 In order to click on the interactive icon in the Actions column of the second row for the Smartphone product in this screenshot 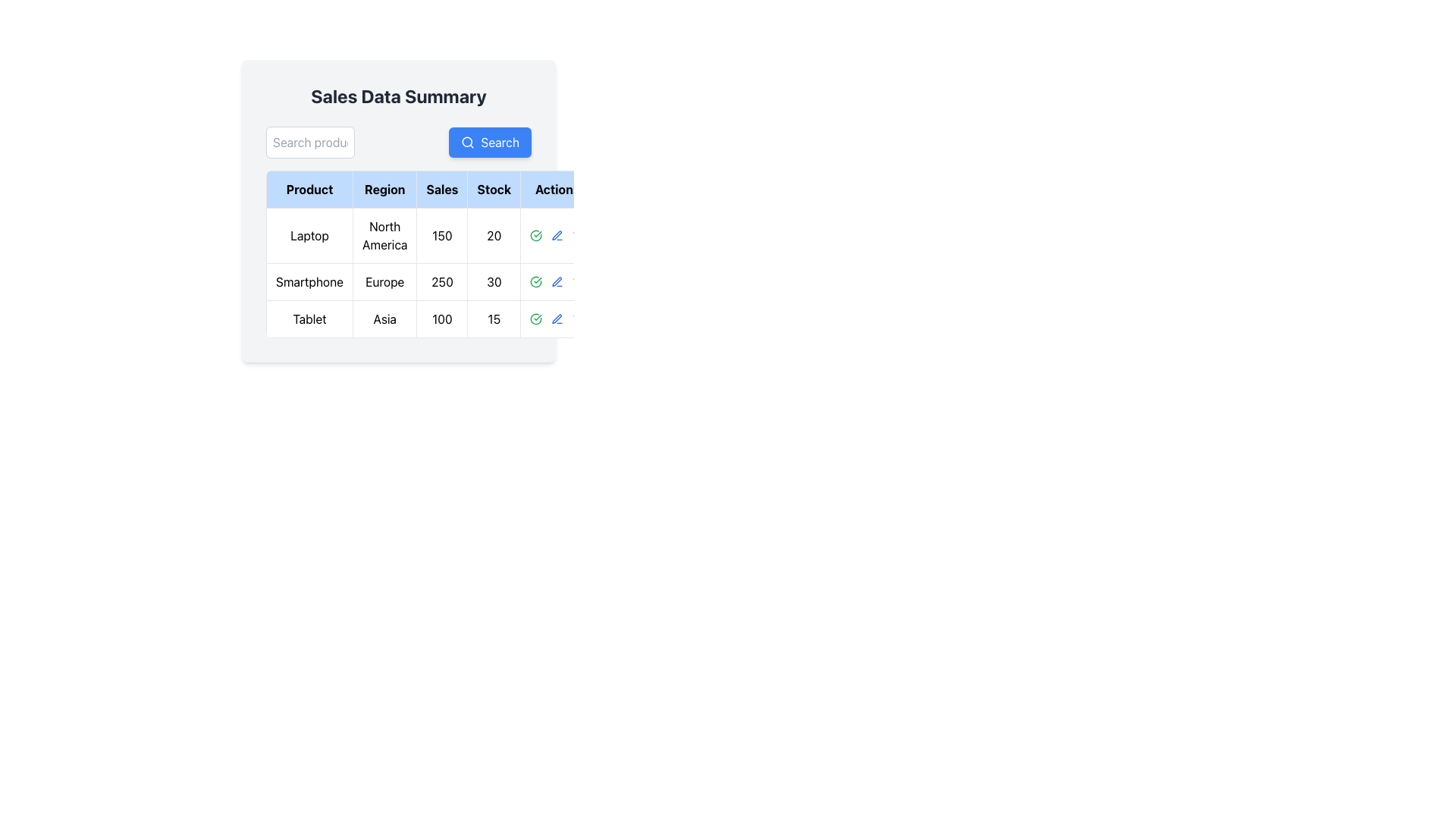, I will do `click(536, 281)`.